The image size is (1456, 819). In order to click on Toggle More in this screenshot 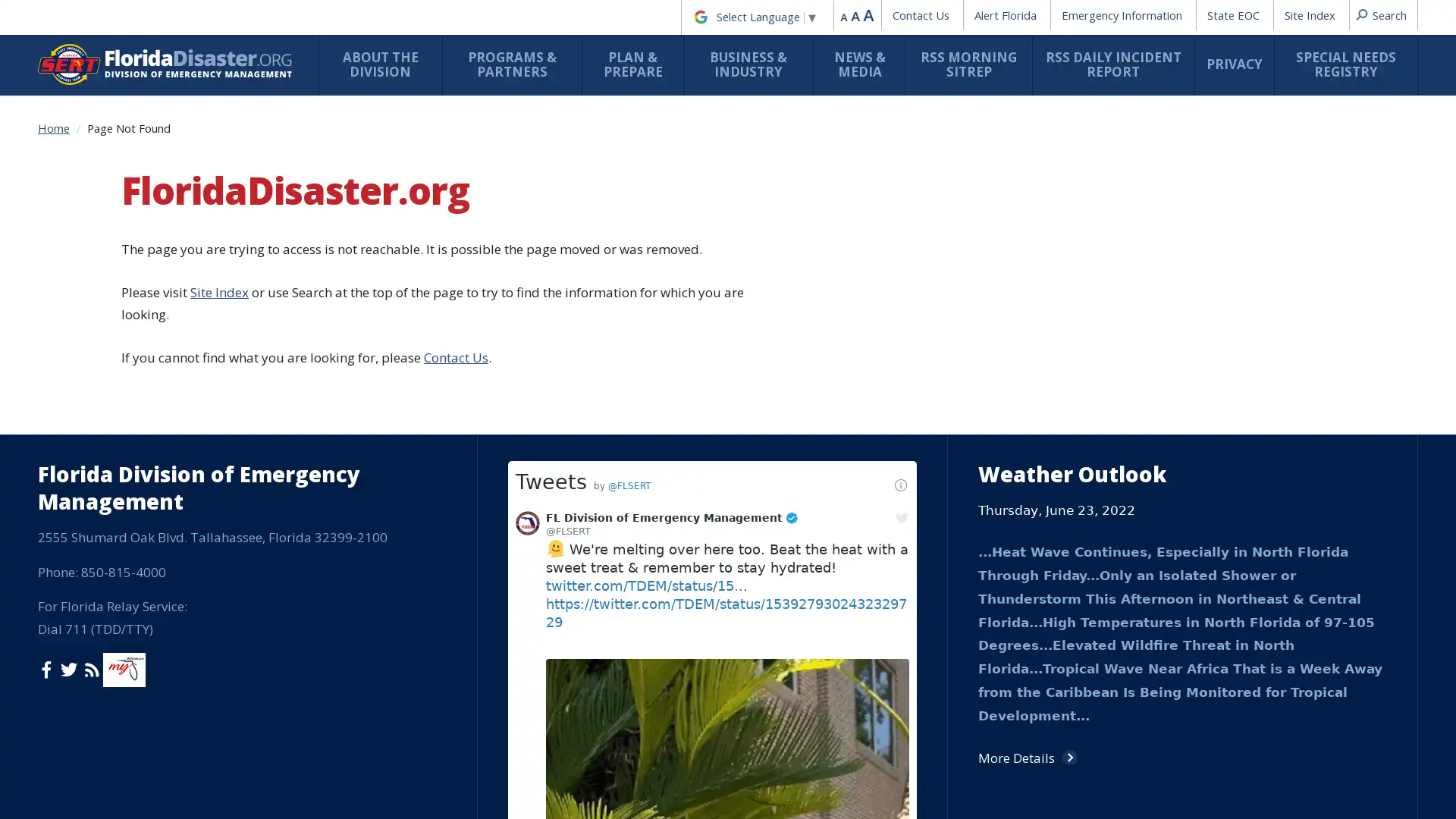, I will do `click(455, 381)`.